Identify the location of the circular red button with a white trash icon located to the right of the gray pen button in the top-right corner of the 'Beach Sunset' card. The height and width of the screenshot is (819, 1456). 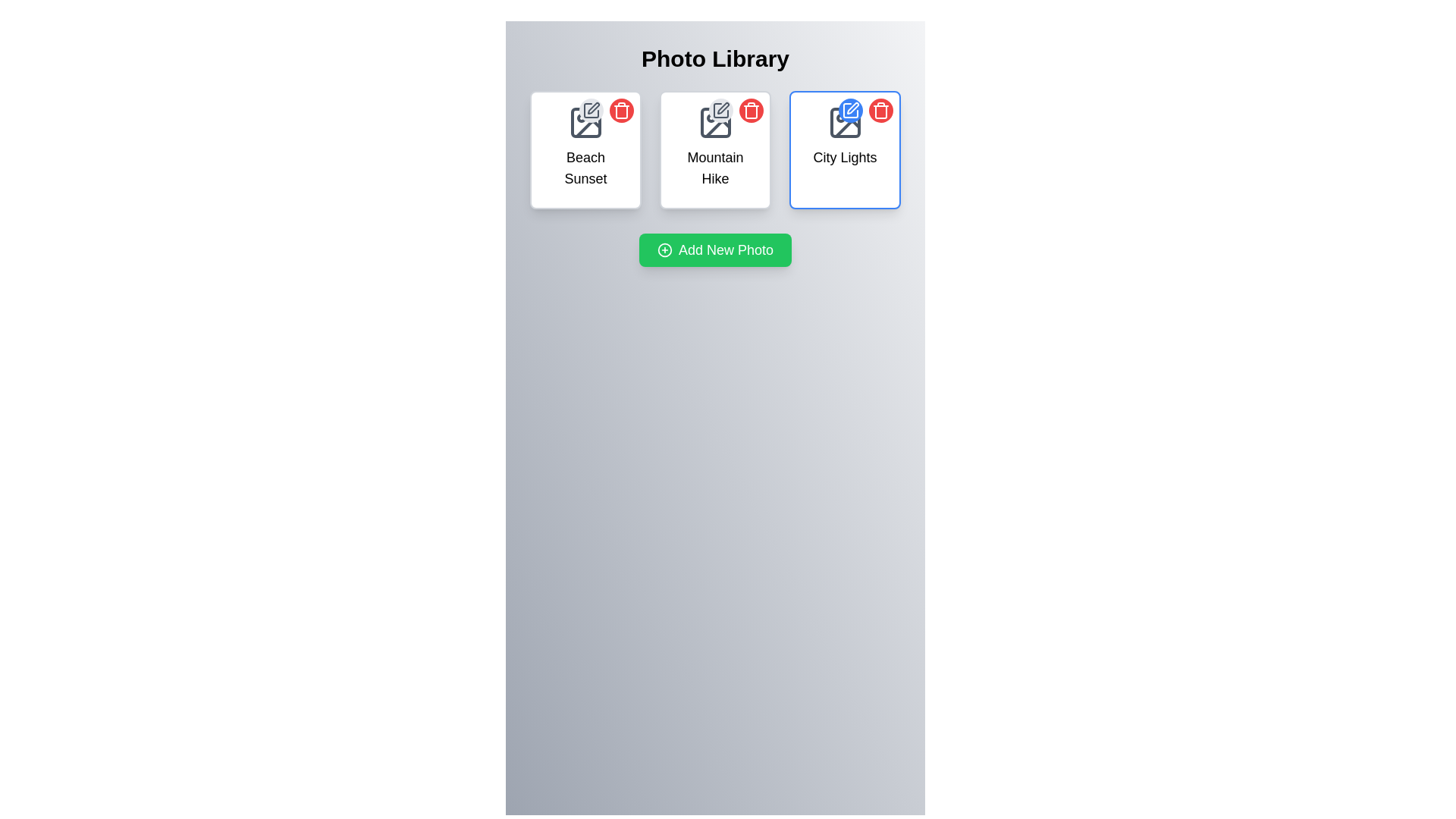
(622, 110).